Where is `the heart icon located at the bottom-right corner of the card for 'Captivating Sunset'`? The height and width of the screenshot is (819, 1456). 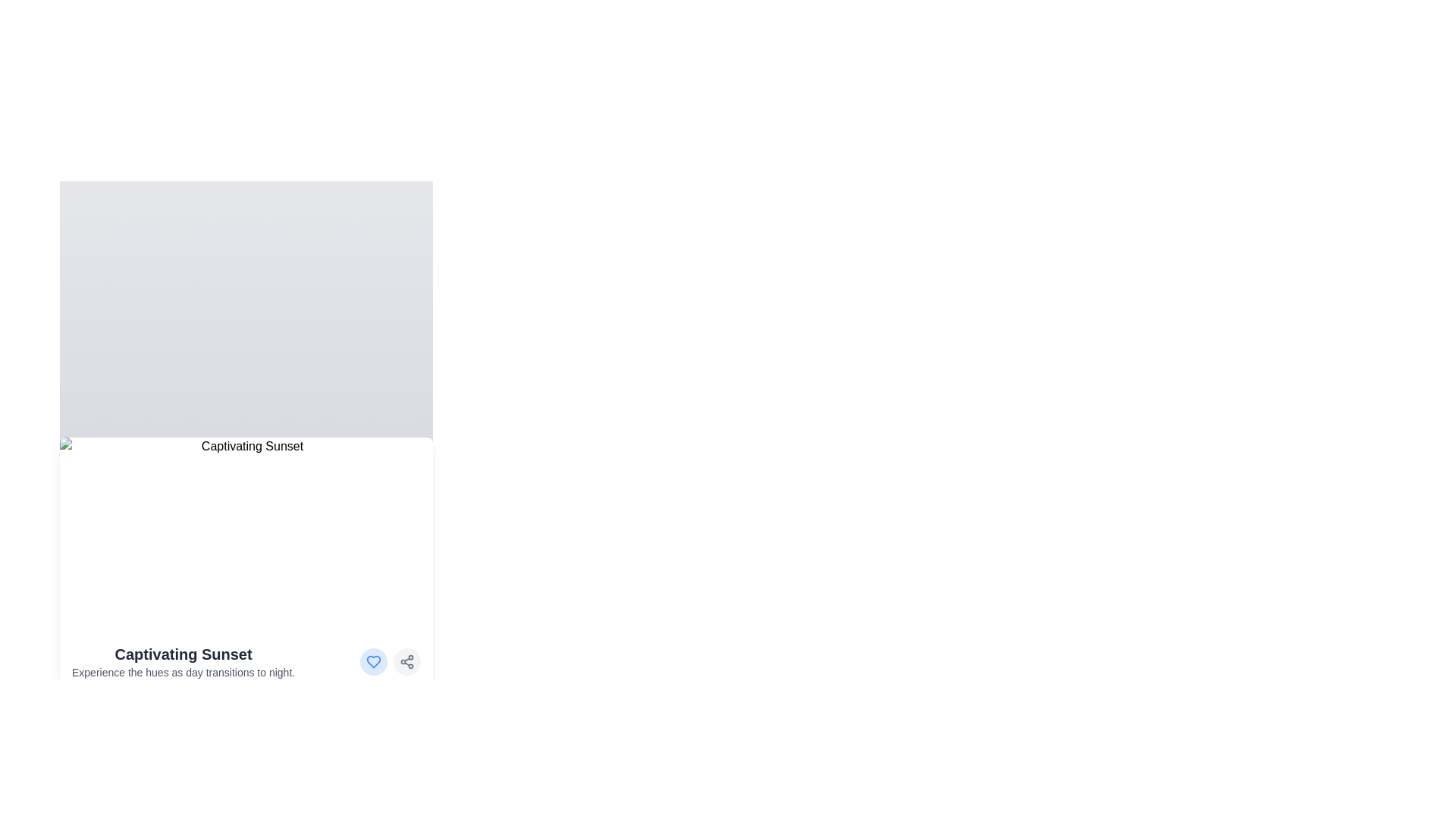
the heart icon located at the bottom-right corner of the card for 'Captivating Sunset' is located at coordinates (374, 661).